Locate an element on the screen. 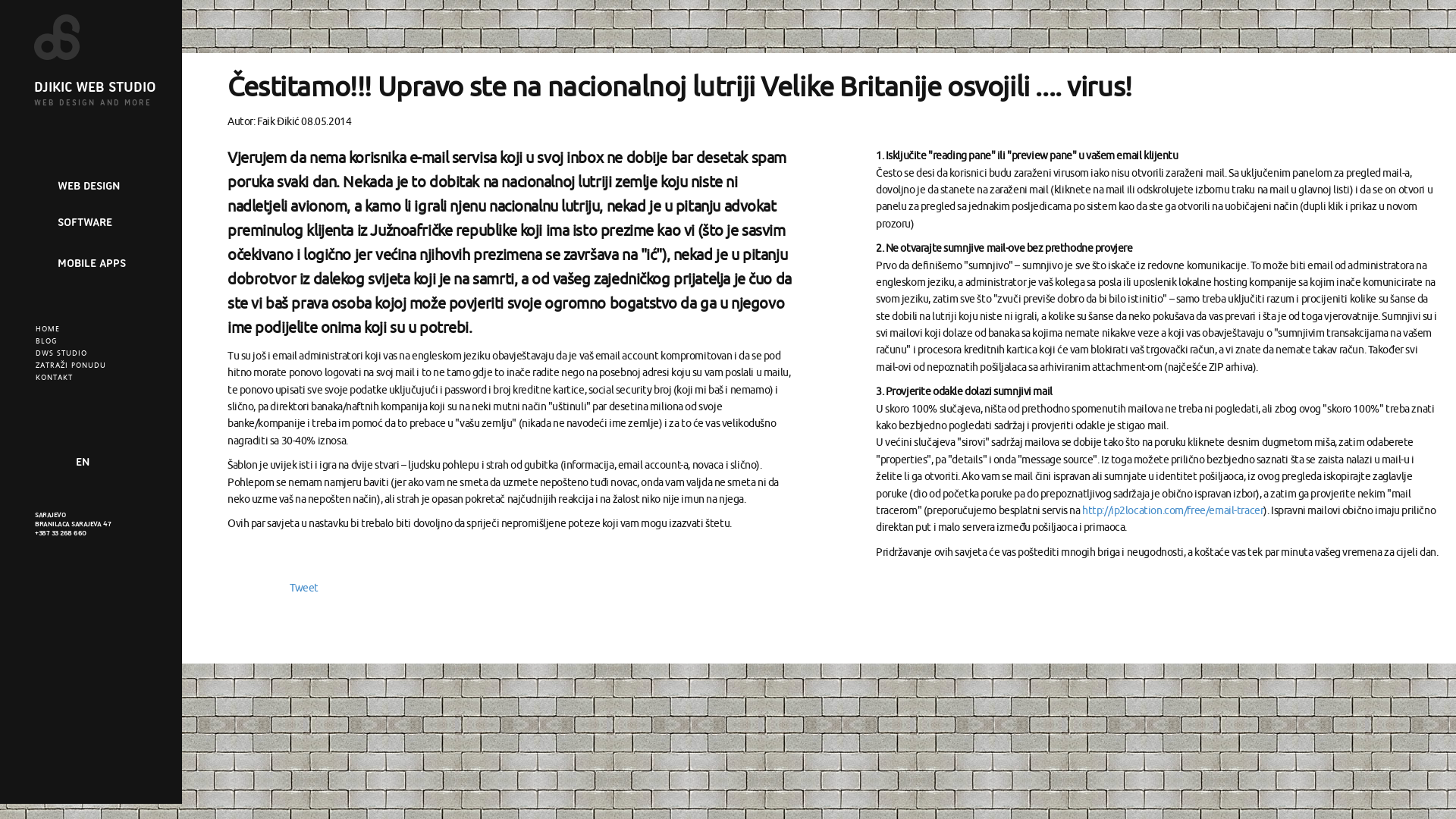 Image resolution: width=1456 pixels, height=819 pixels. 'Djikic Web Studio' is located at coordinates (71, 36).